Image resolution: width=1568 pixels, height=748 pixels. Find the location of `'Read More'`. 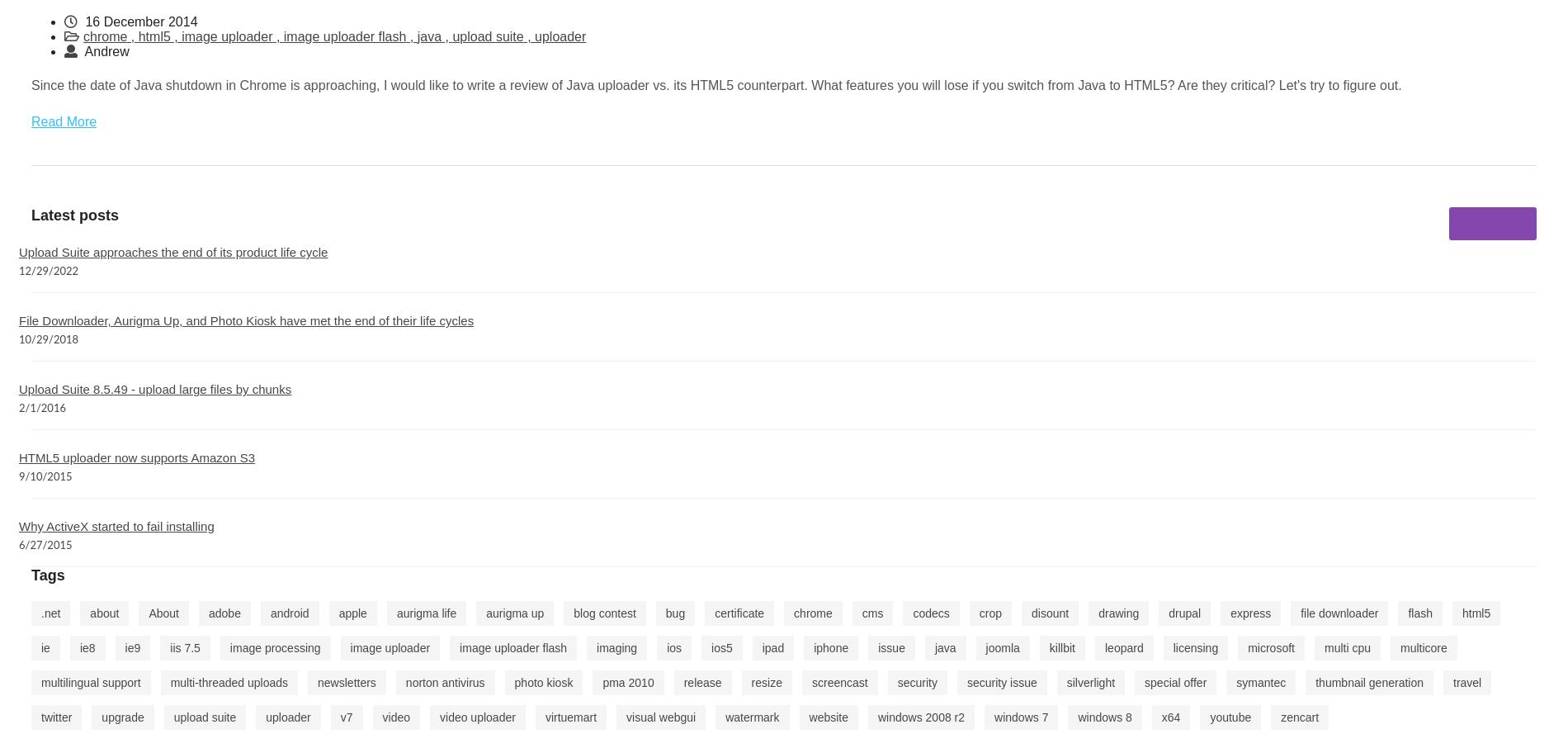

'Read More' is located at coordinates (64, 121).